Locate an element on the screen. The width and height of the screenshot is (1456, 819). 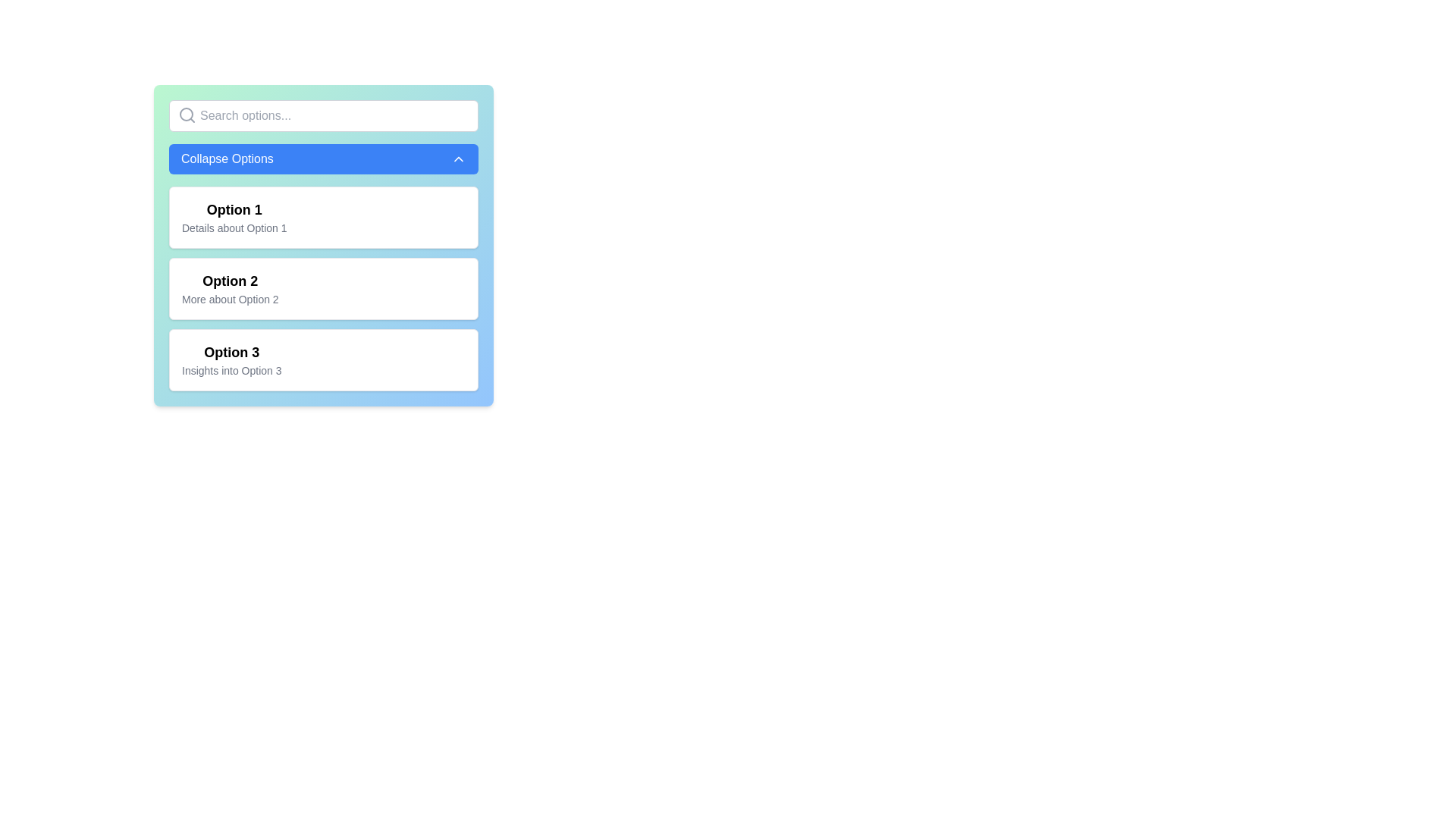
the text label that says 'Collapse Options', which is displayed in white on a solid blue background, located near the top of a dropdown menu-like interface is located at coordinates (226, 158).